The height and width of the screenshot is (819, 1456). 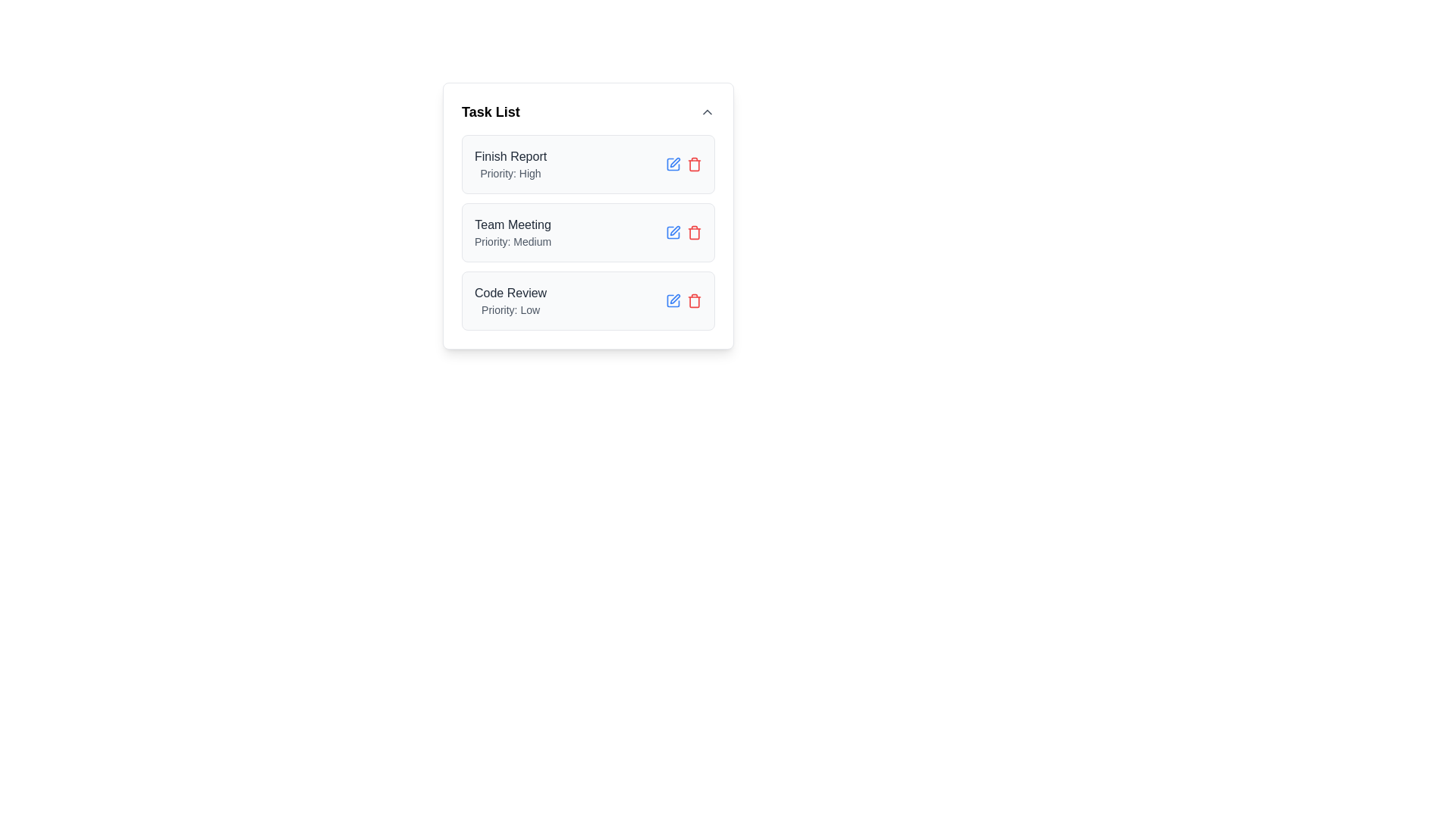 I want to click on the text label that reads 'Priority: Low', styled in a smaller gray font, located beneath the 'Code Review' heading within a task card, so click(x=510, y=309).